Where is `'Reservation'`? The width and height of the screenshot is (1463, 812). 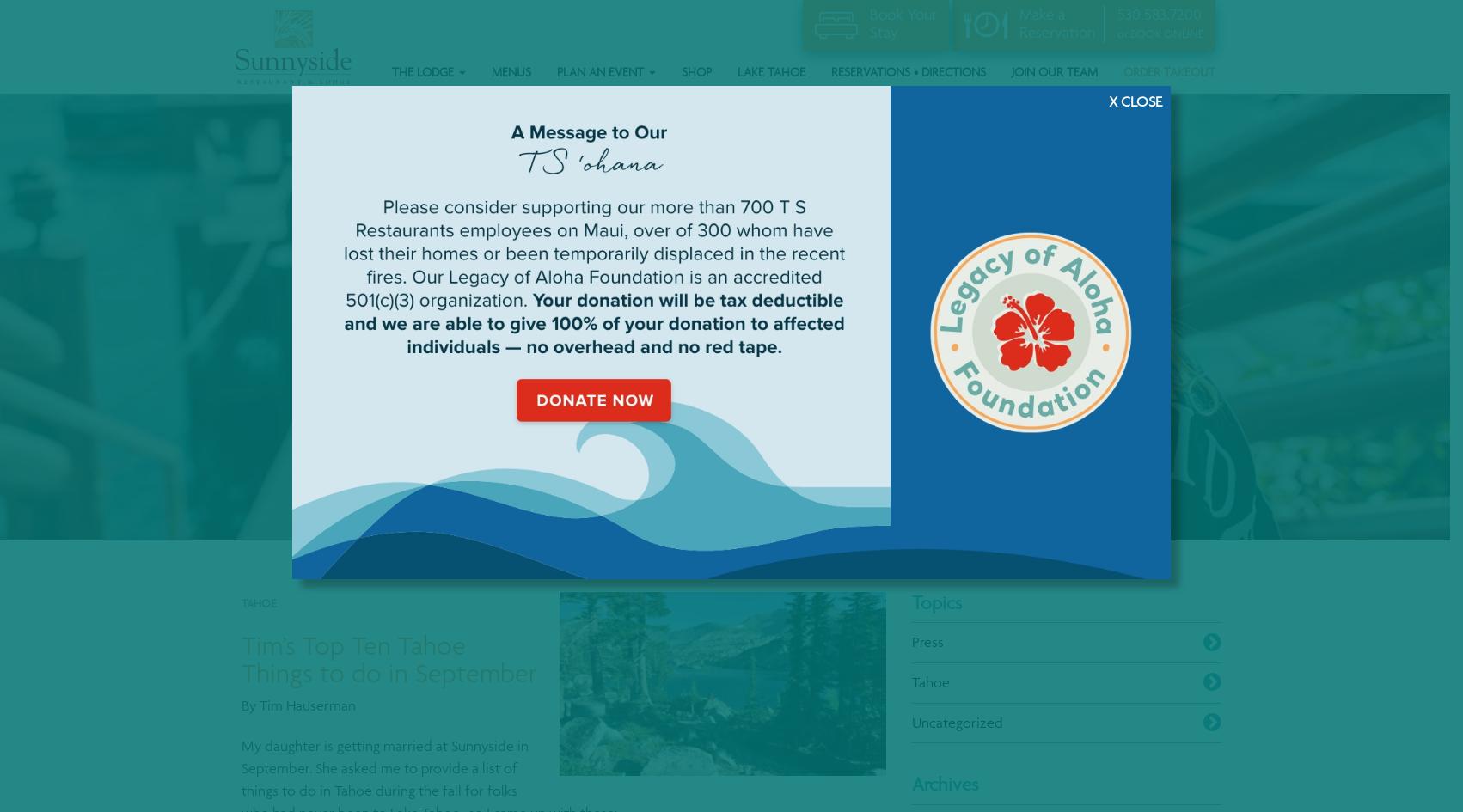 'Reservation' is located at coordinates (1056, 31).